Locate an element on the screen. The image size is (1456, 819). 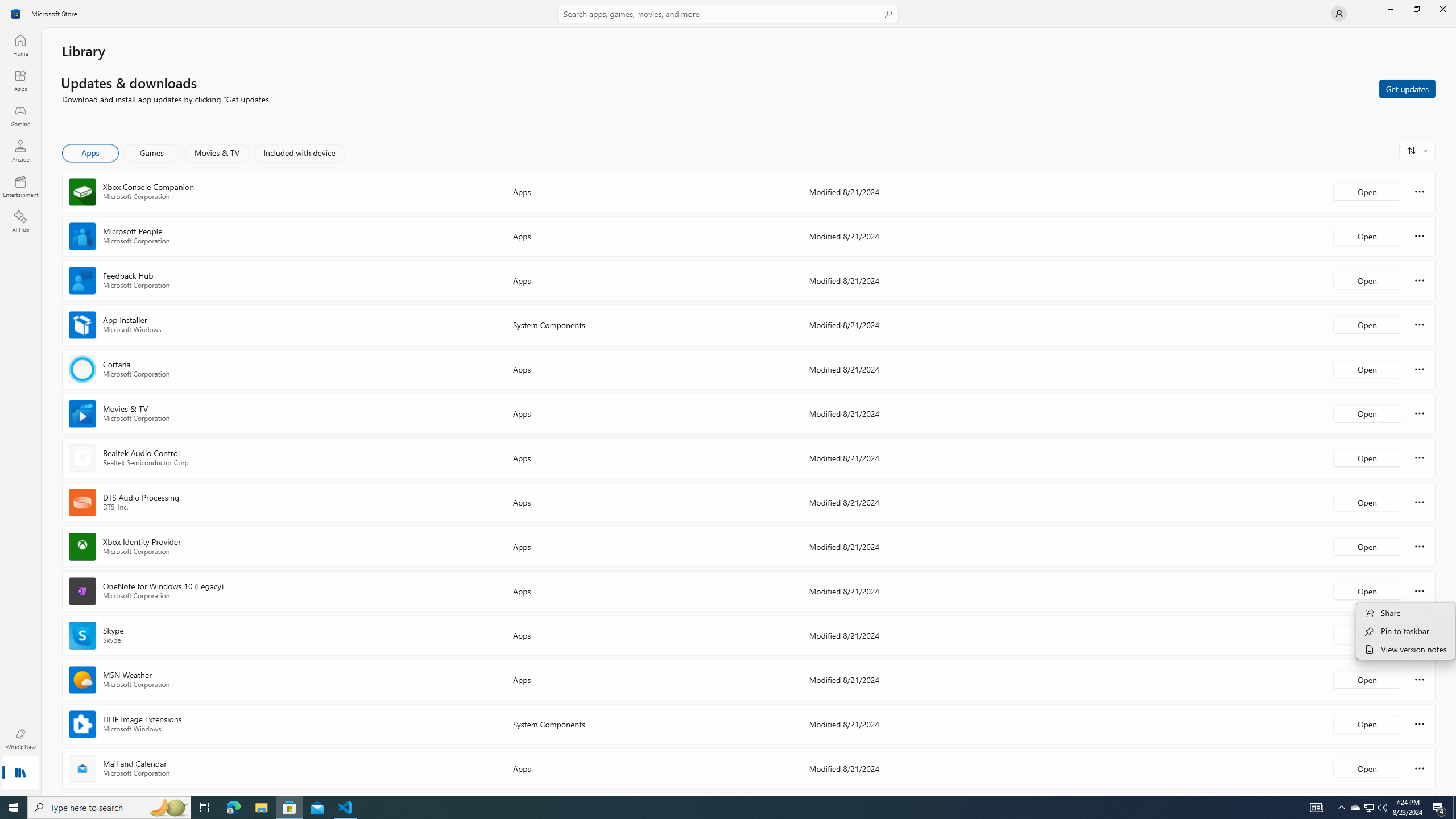
'AI Hub' is located at coordinates (19, 221).